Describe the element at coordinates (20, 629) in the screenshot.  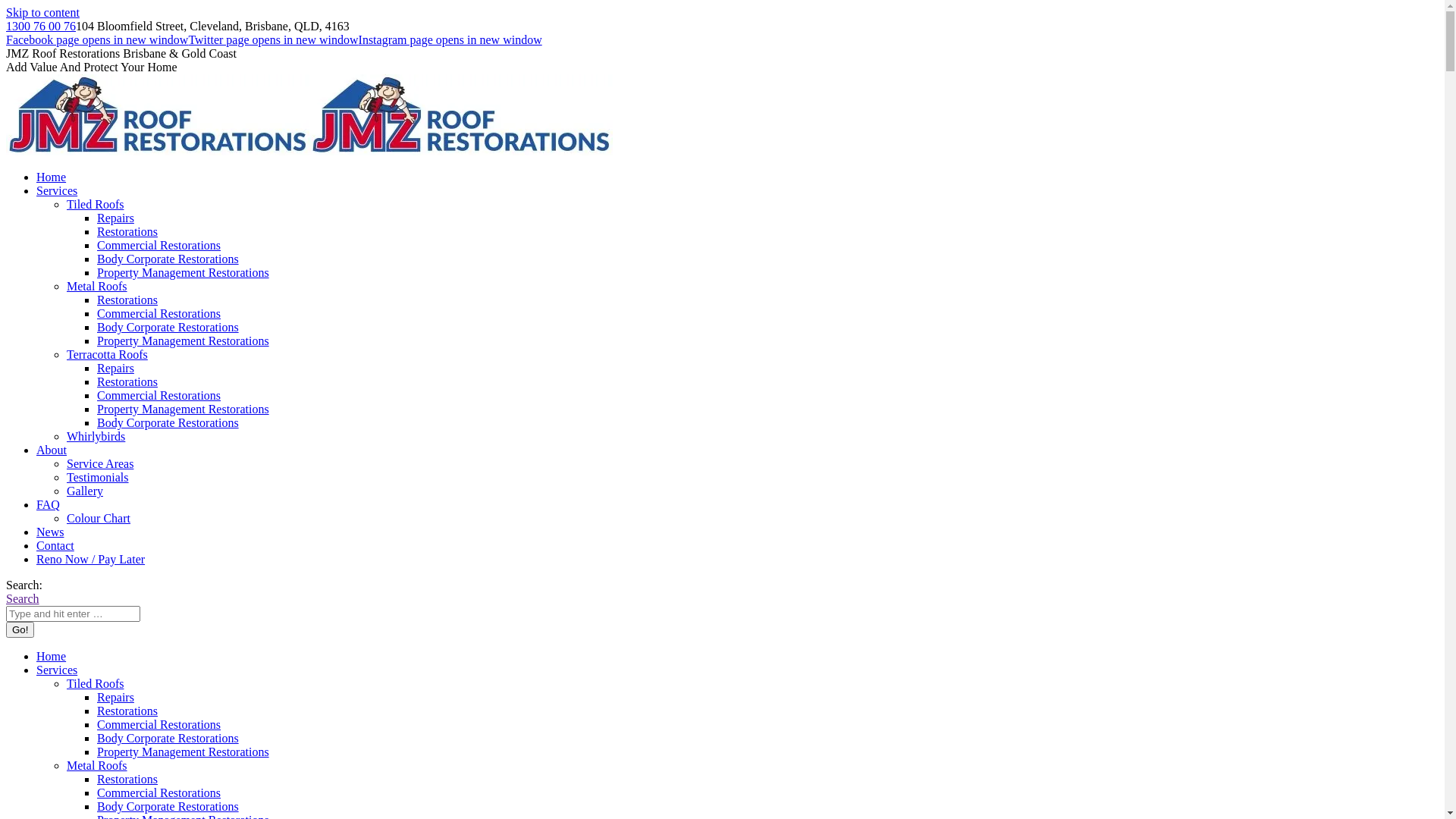
I see `'Go!'` at that location.